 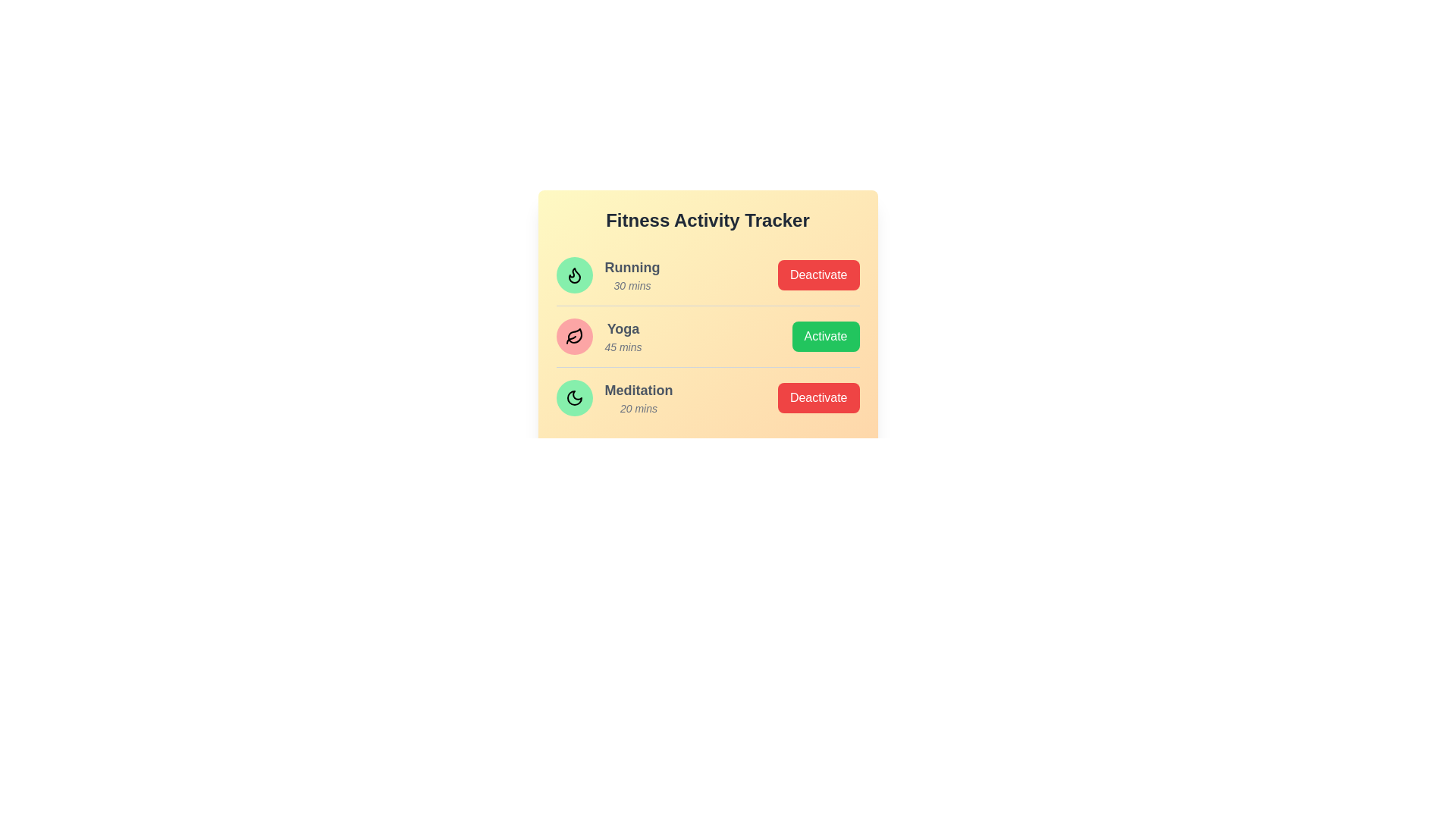 What do you see at coordinates (817, 397) in the screenshot?
I see `button to toggle the status of the activity Meditation` at bounding box center [817, 397].